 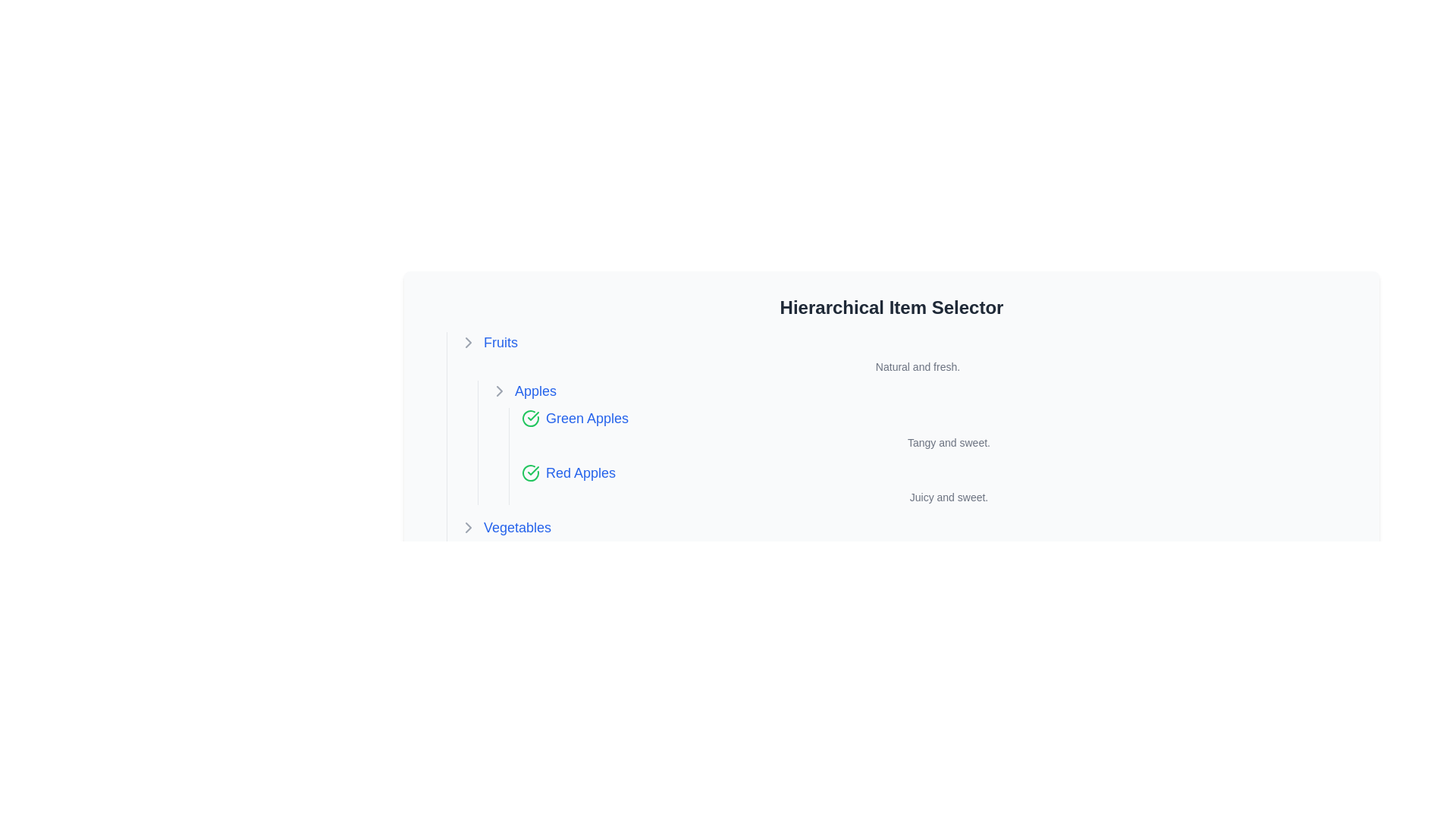 What do you see at coordinates (937, 442) in the screenshot?
I see `the supplementary descriptive information text snippet located directly below the 'Green Apples' entry in the hierarchical item selector interface` at bounding box center [937, 442].